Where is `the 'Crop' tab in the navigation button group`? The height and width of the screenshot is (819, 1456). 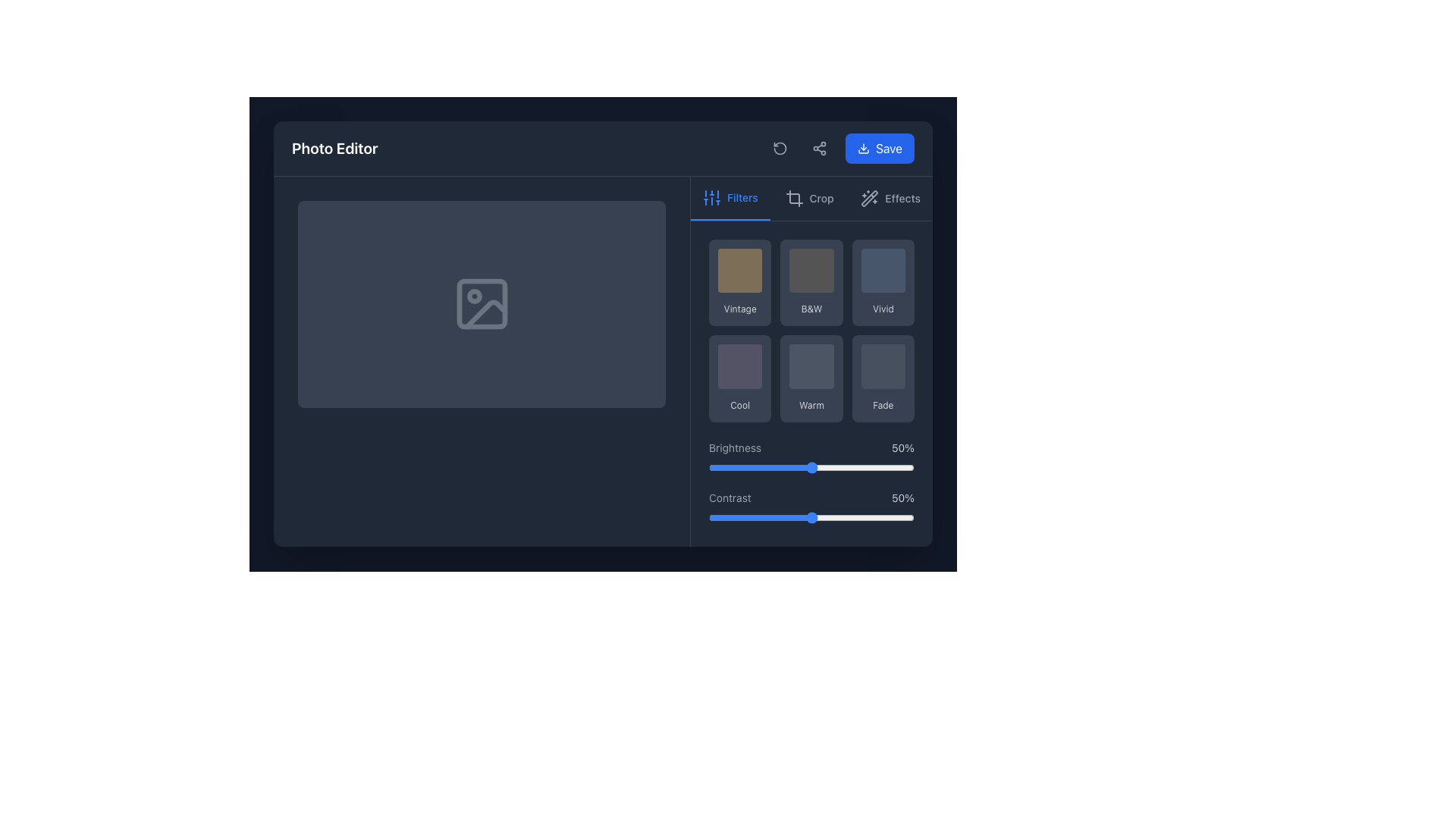
the 'Crop' tab in the navigation button group is located at coordinates (811, 198).